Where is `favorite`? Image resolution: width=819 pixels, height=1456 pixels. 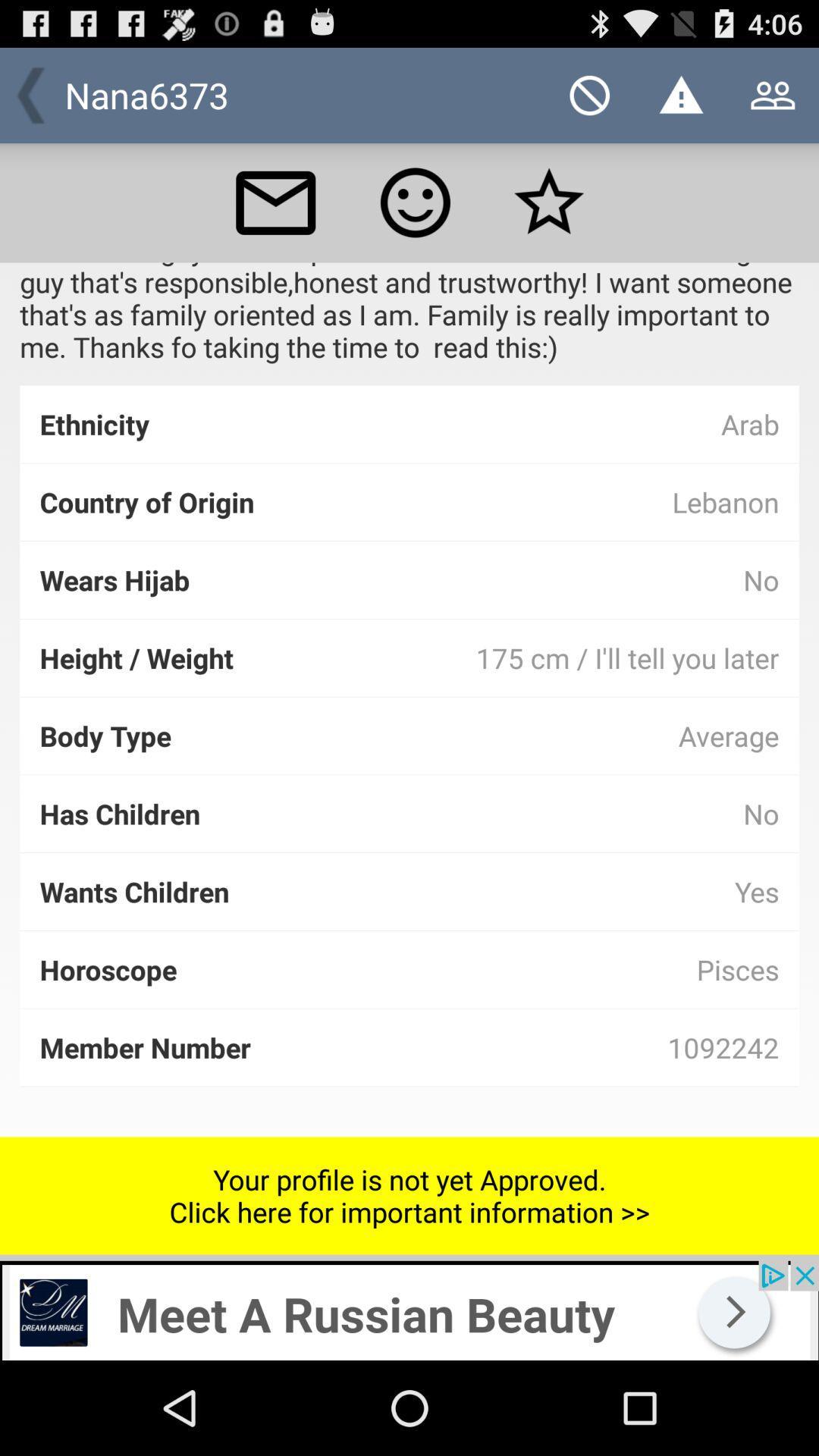 favorite is located at coordinates (549, 202).